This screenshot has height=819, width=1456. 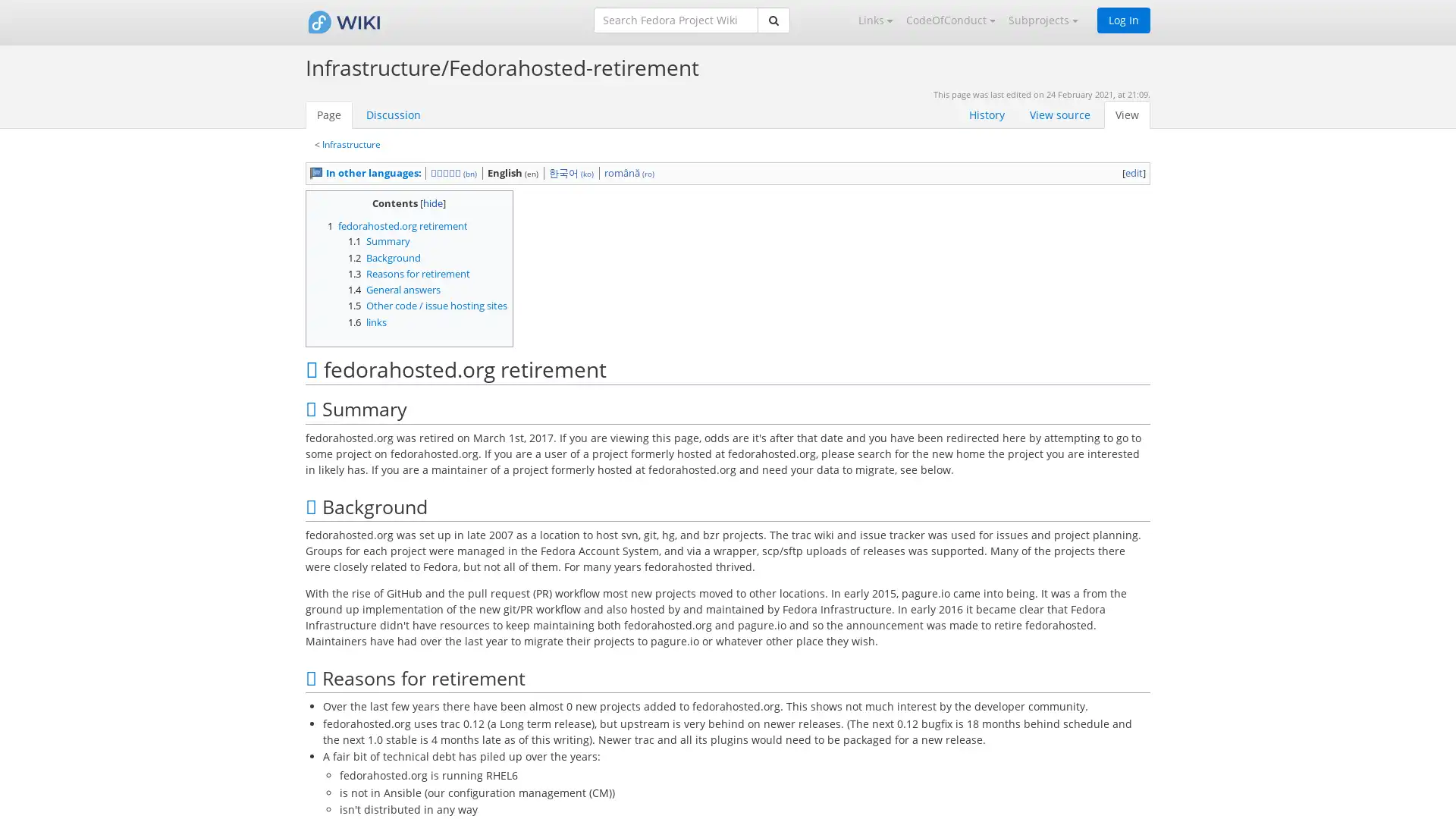 I want to click on Links, so click(x=877, y=20).